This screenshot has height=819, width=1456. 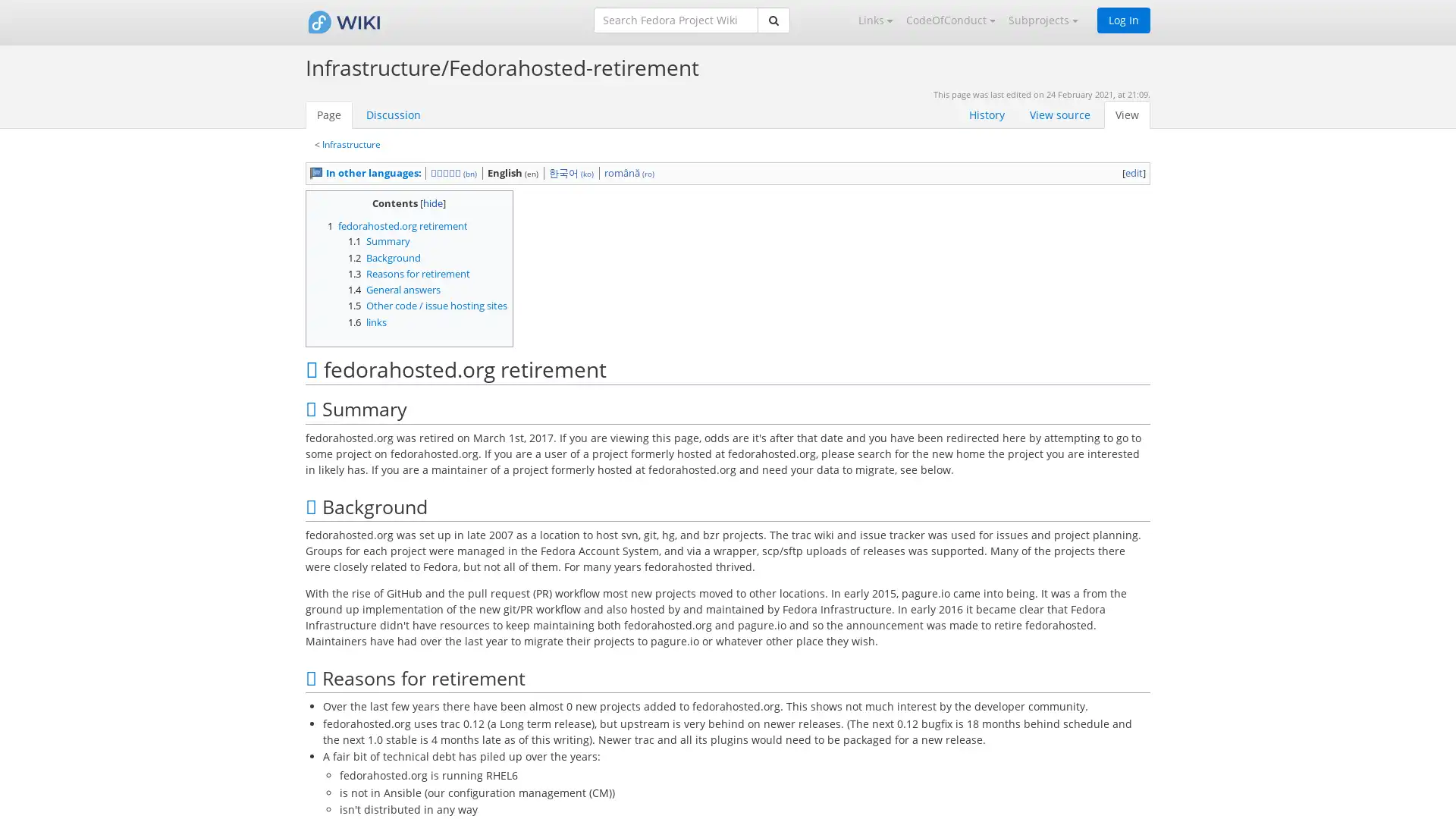 I want to click on Links, so click(x=877, y=20).